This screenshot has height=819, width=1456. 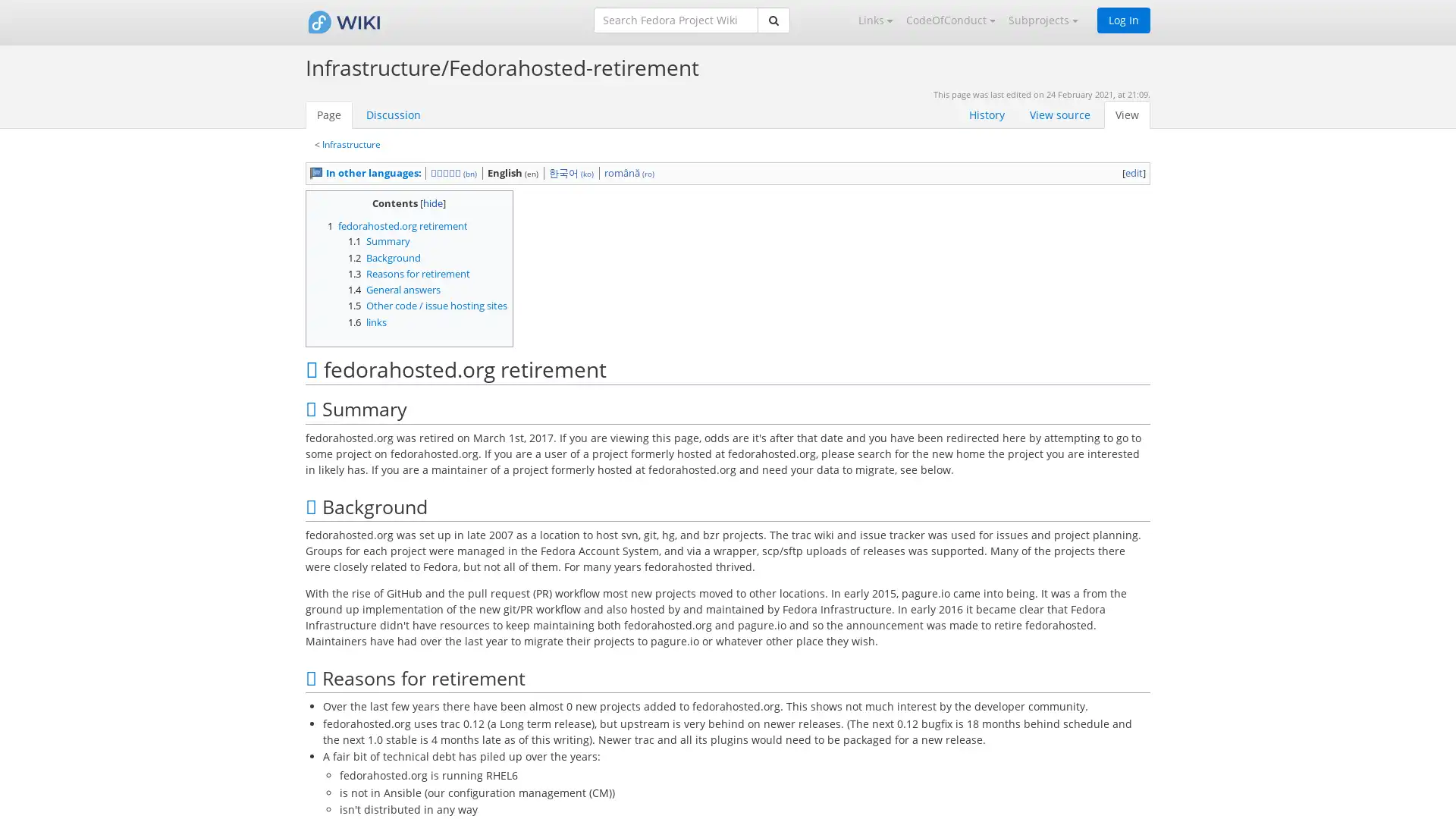 I want to click on Links, so click(x=877, y=20).